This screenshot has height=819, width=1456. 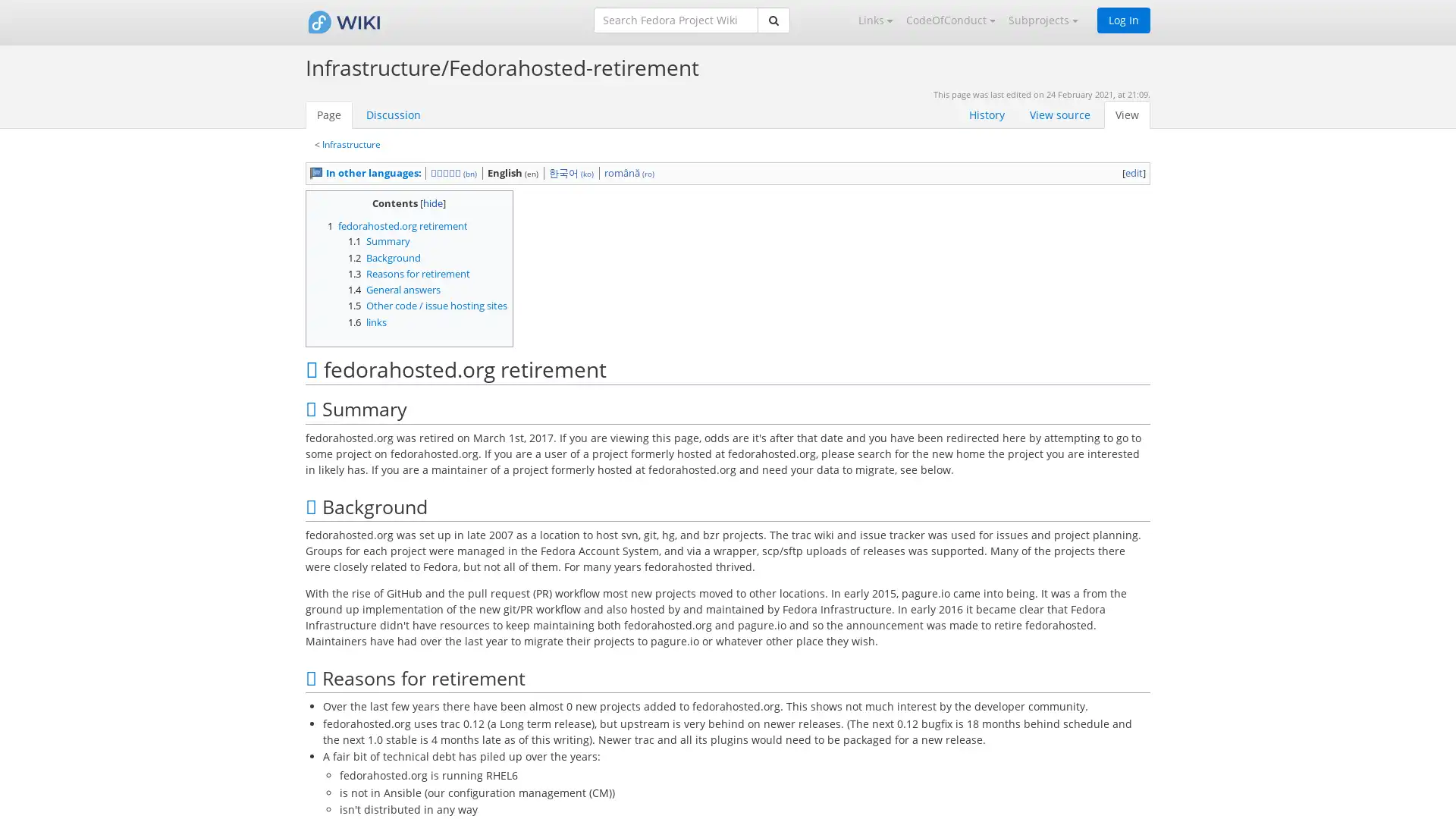 I want to click on Links, so click(x=877, y=20).